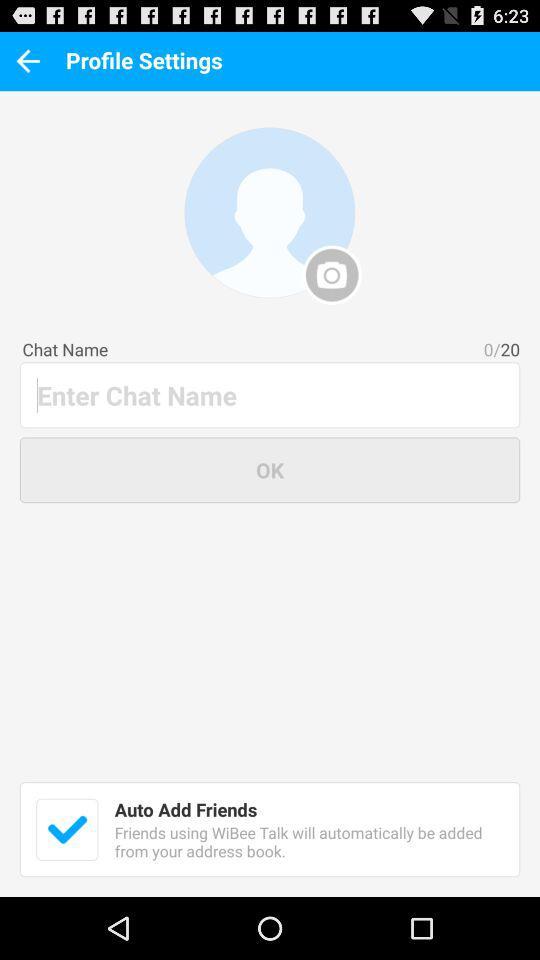 Image resolution: width=540 pixels, height=960 pixels. Describe the element at coordinates (67, 829) in the screenshot. I see `tick option` at that location.